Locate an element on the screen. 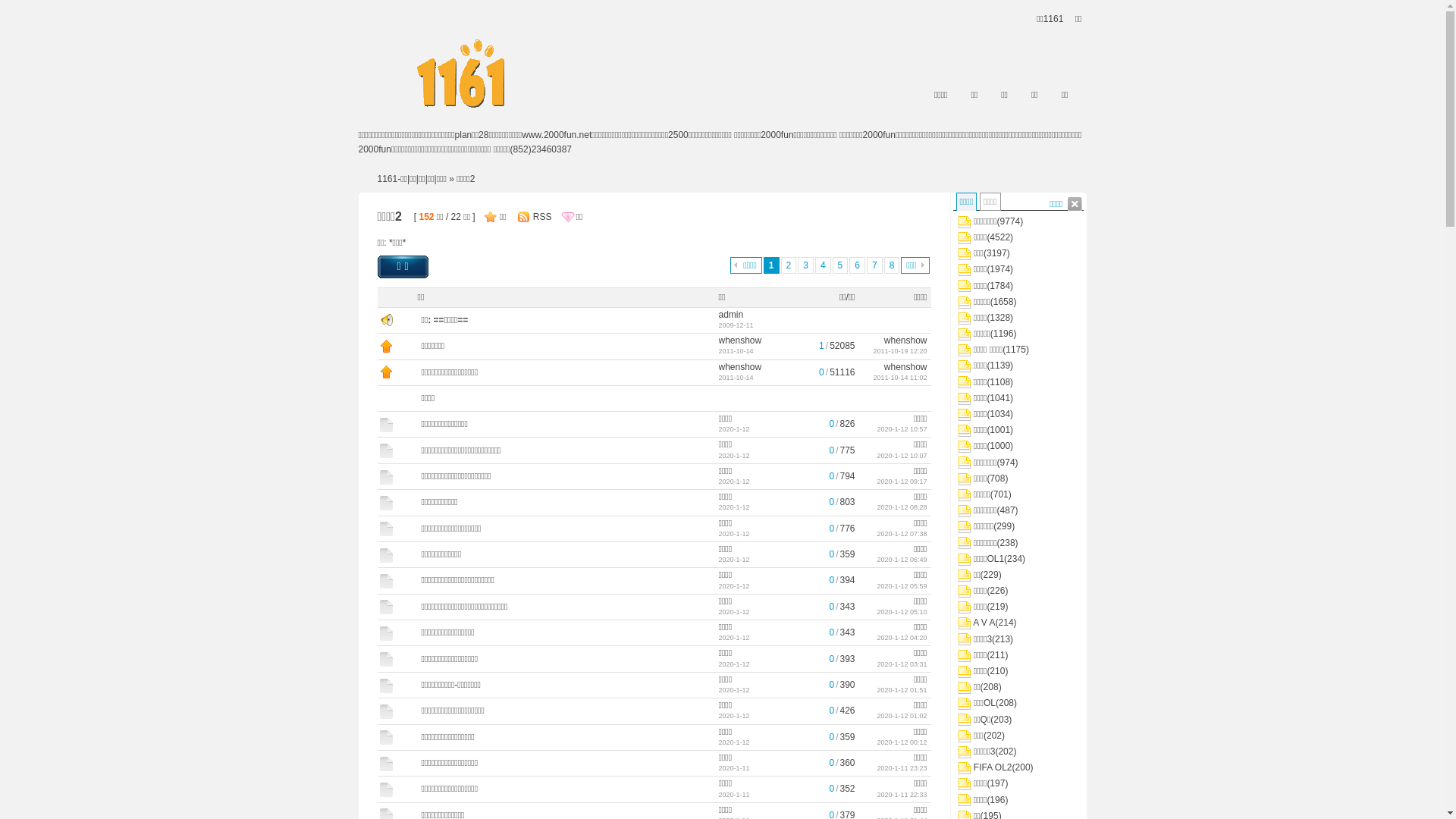 Image resolution: width=1456 pixels, height=819 pixels. '4' is located at coordinates (822, 265).